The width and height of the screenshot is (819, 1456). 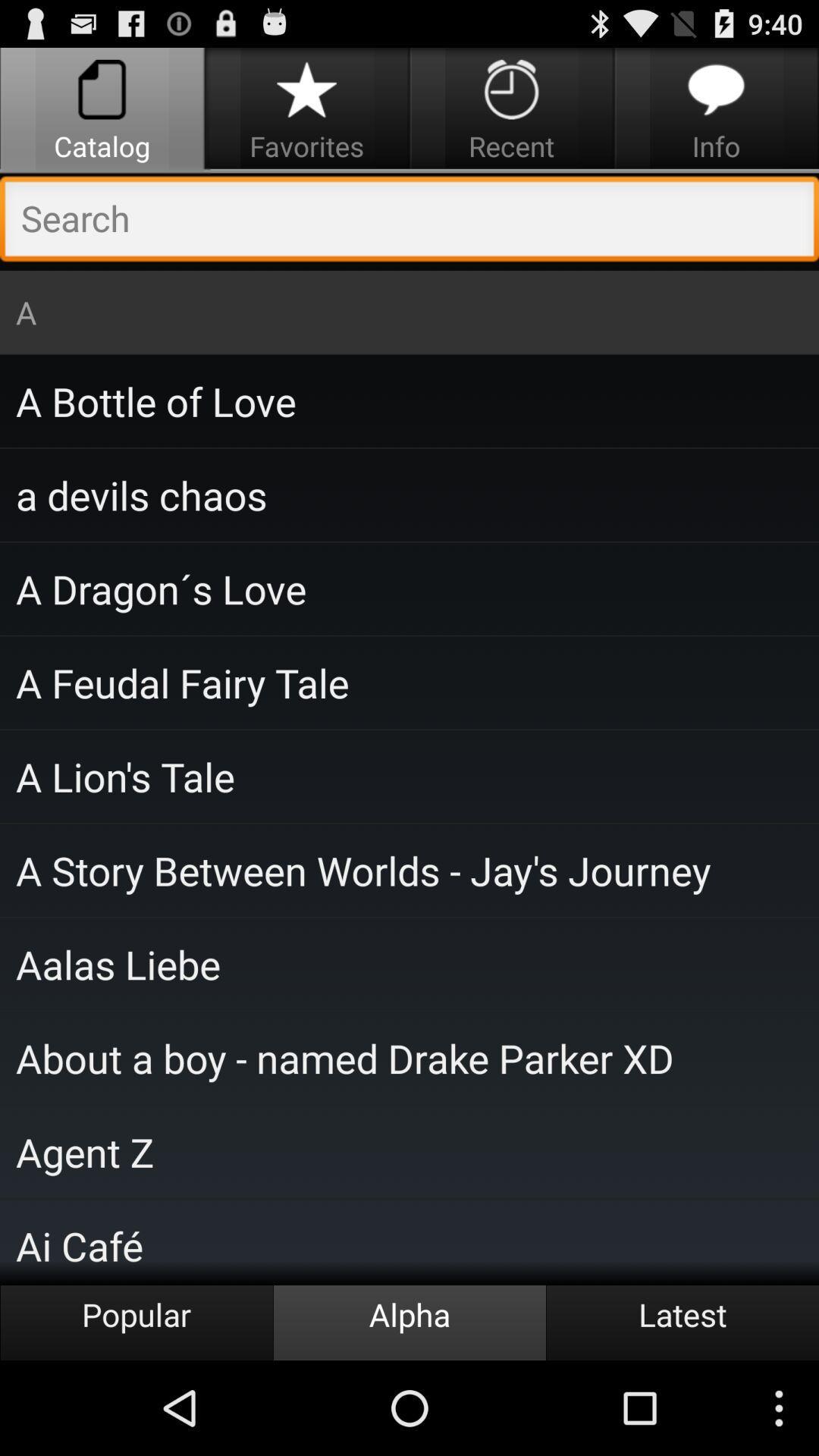 I want to click on the a feudal fairy icon, so click(x=409, y=682).